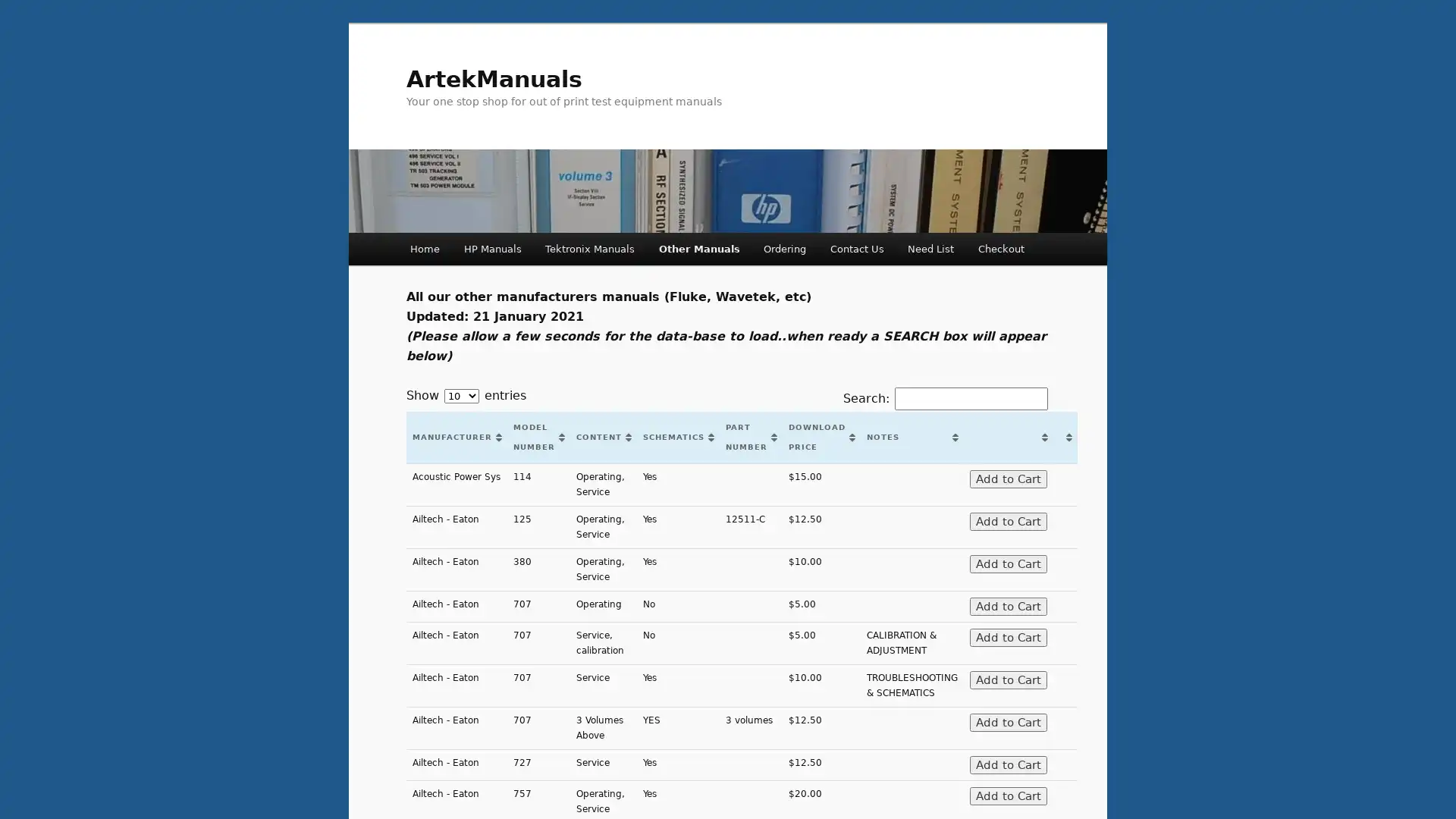 Image resolution: width=1456 pixels, height=819 pixels. Describe the element at coordinates (1008, 765) in the screenshot. I see `Add to Cart` at that location.